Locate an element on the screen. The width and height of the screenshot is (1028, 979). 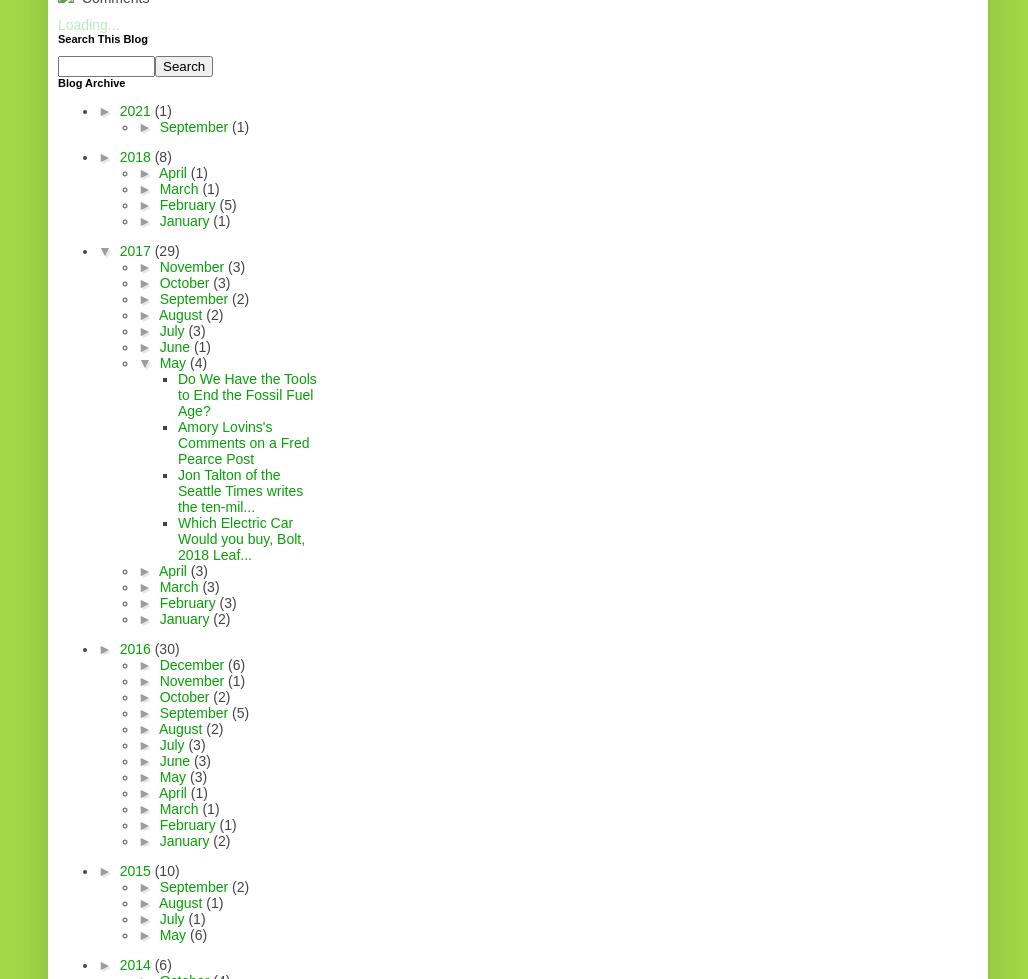
'2021' is located at coordinates (136, 111).